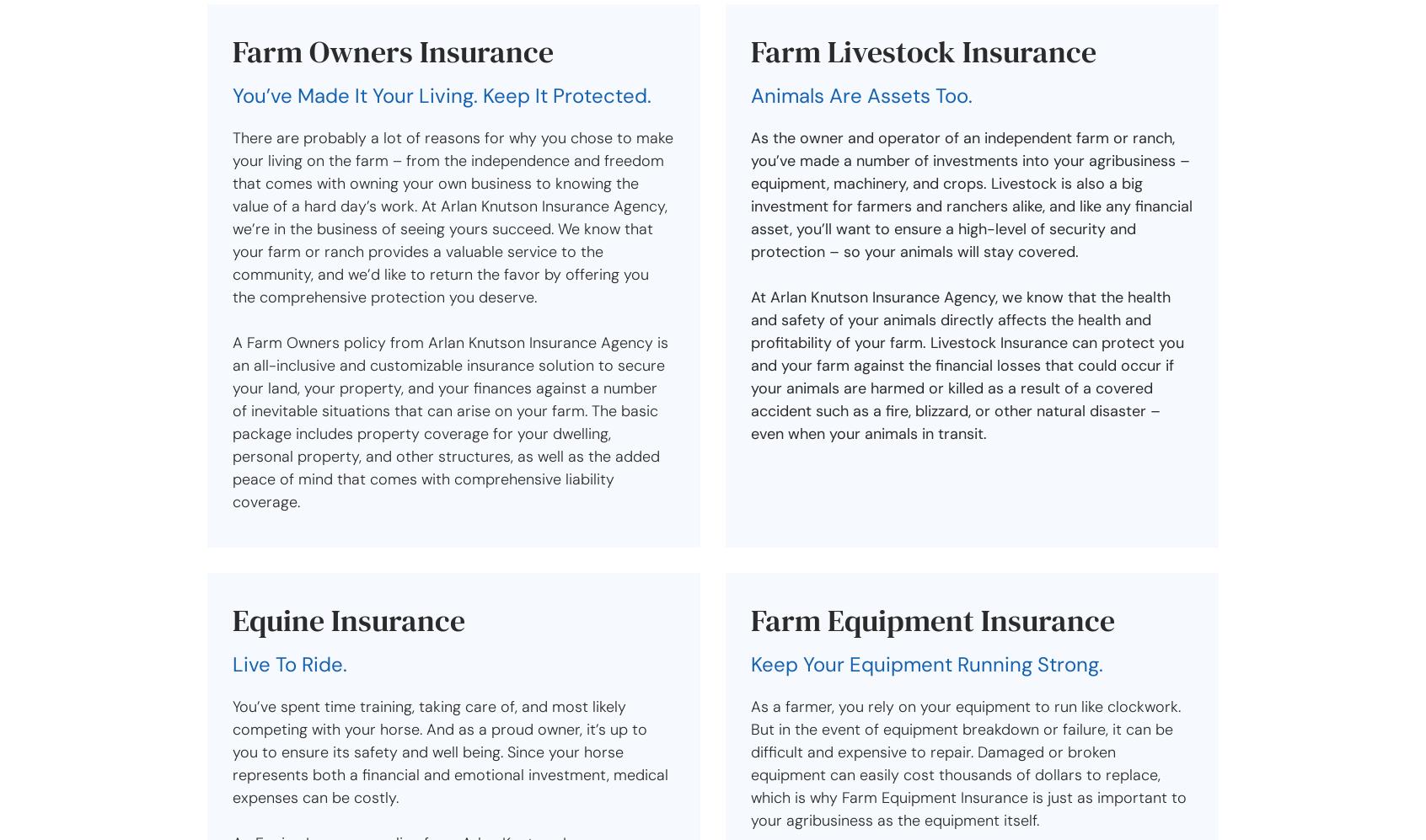 The width and height of the screenshot is (1426, 840). Describe the element at coordinates (968, 762) in the screenshot. I see `'As a farmer, you rely on your equipment to run like clockwork. But in the event of equipment breakdown or failure, it can be difficult and expensive to repair. Damaged or broken equipment can easily cost thousands of dollars to replace, which is why Farm Equipment Insurance is just as important to your agribusiness as the equipment itself.'` at that location.